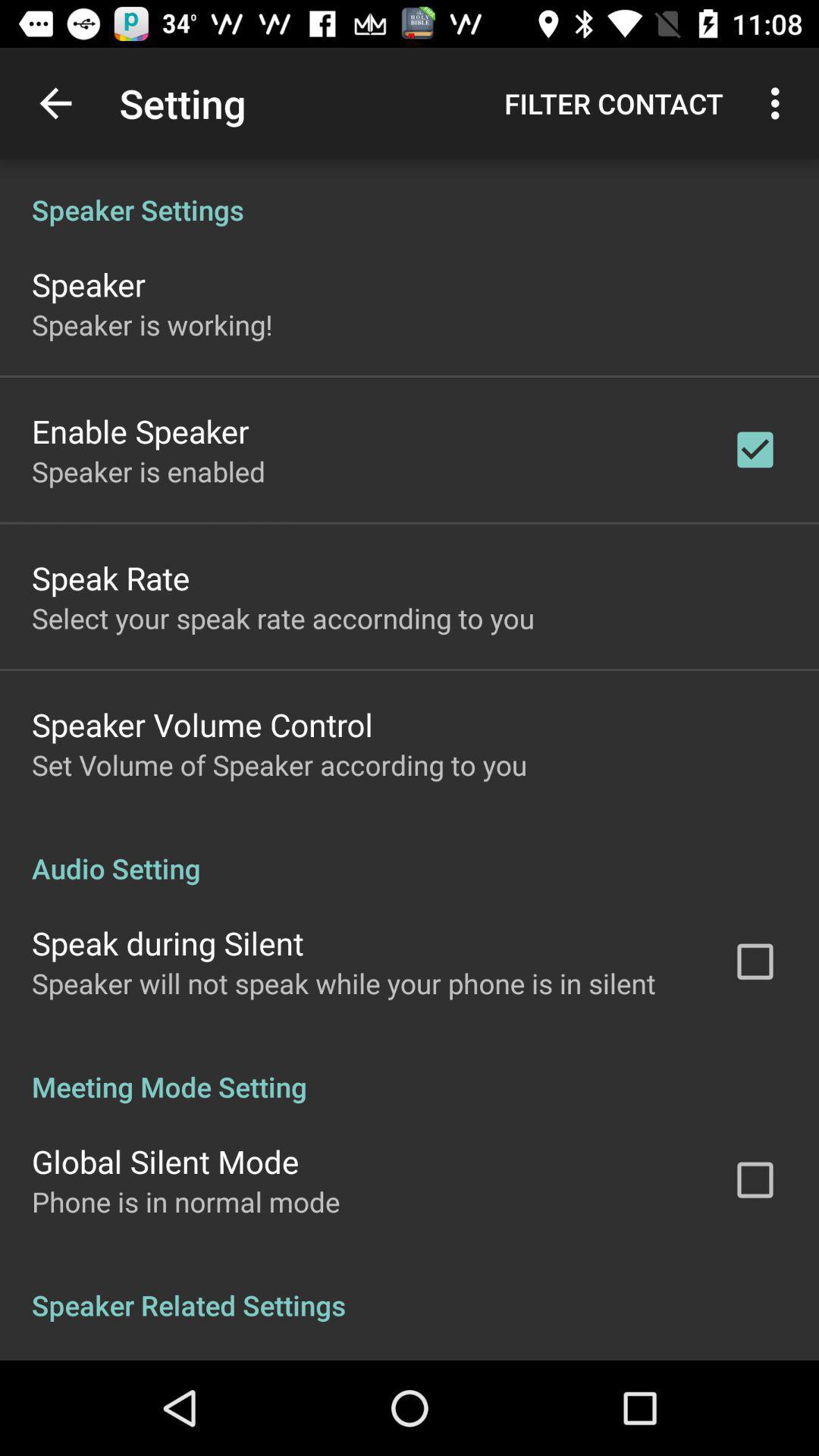  I want to click on check box which is beside speak during silent, so click(755, 960).